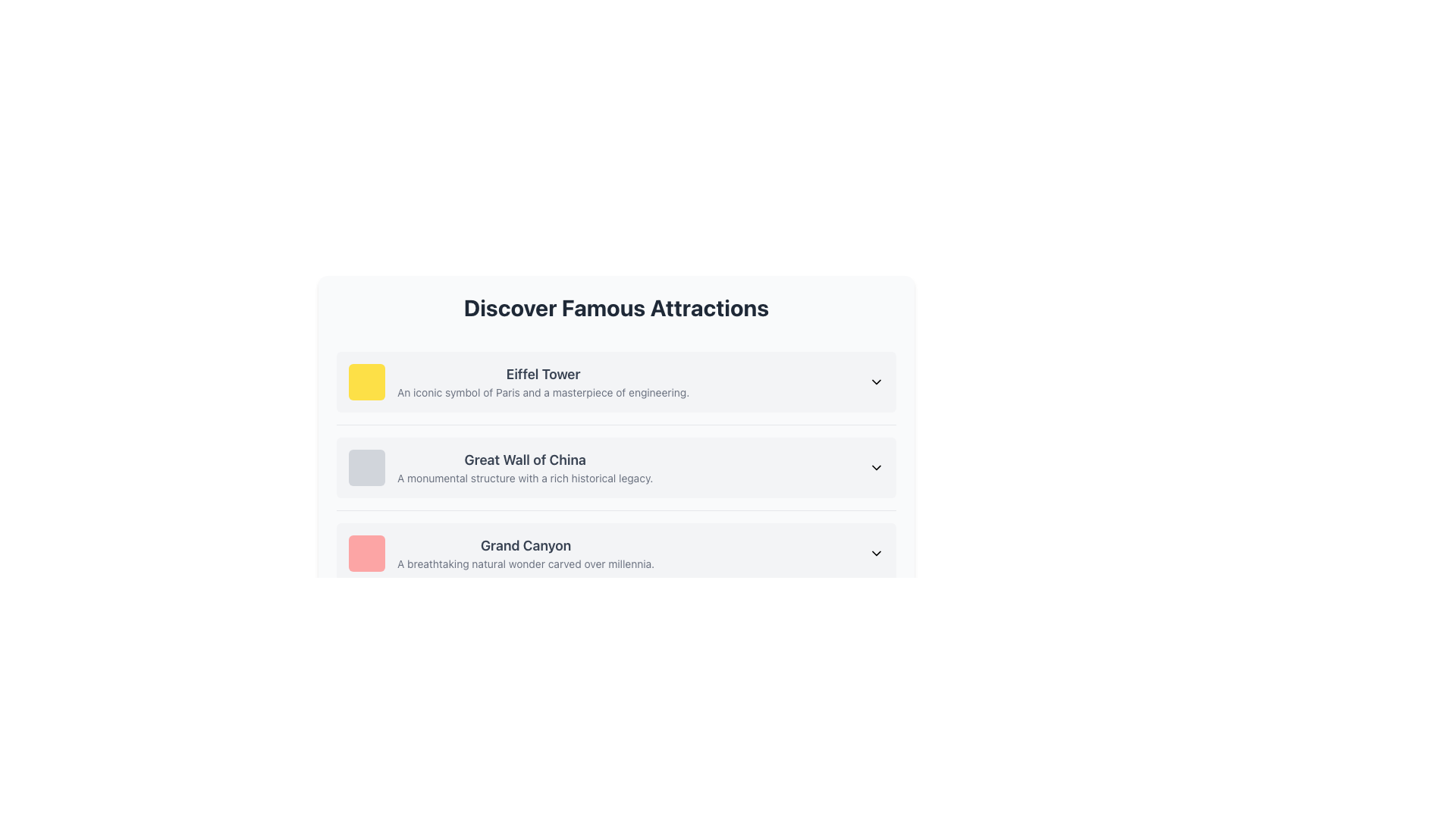 The height and width of the screenshot is (819, 1456). I want to click on the Dropdown indicator icon located at the far right of the 'Great Wall of China' card, so click(877, 467).